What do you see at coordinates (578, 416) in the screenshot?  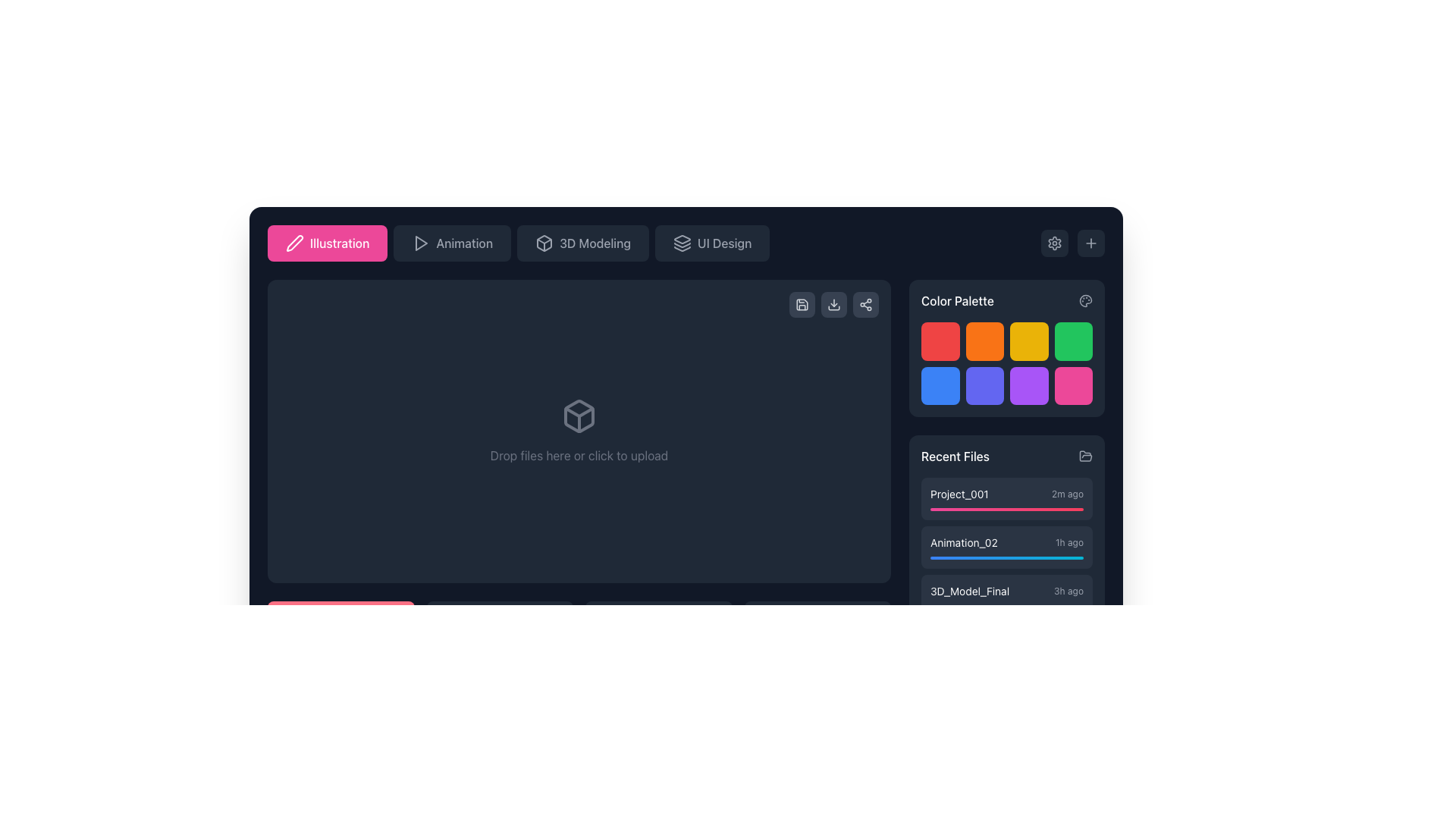 I see `the 3D cube icon with a geometric wireframe design located above the text prompt 'Drop files here or click to upload'` at bounding box center [578, 416].